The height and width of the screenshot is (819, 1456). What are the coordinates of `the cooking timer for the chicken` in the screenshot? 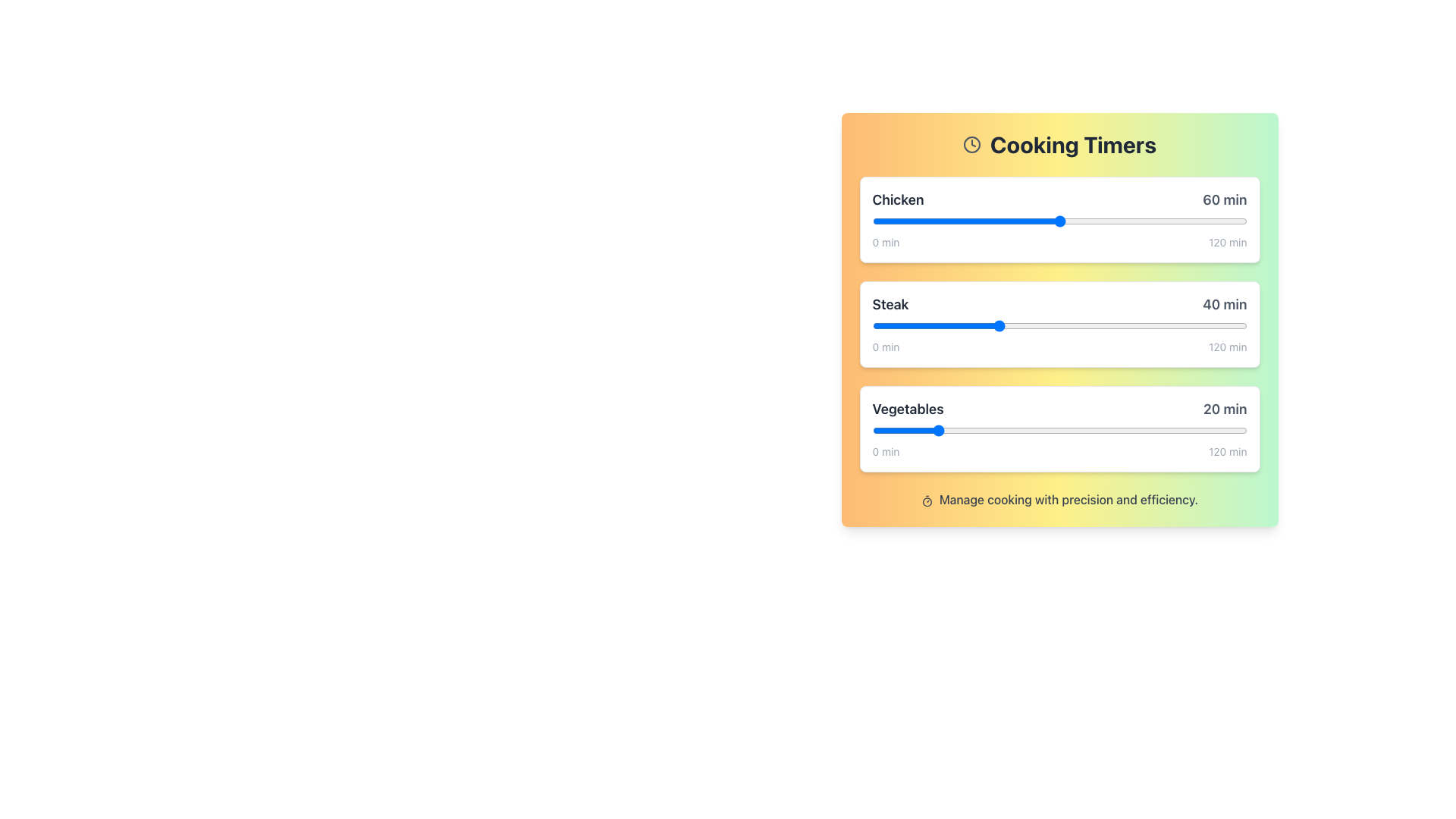 It's located at (1125, 221).